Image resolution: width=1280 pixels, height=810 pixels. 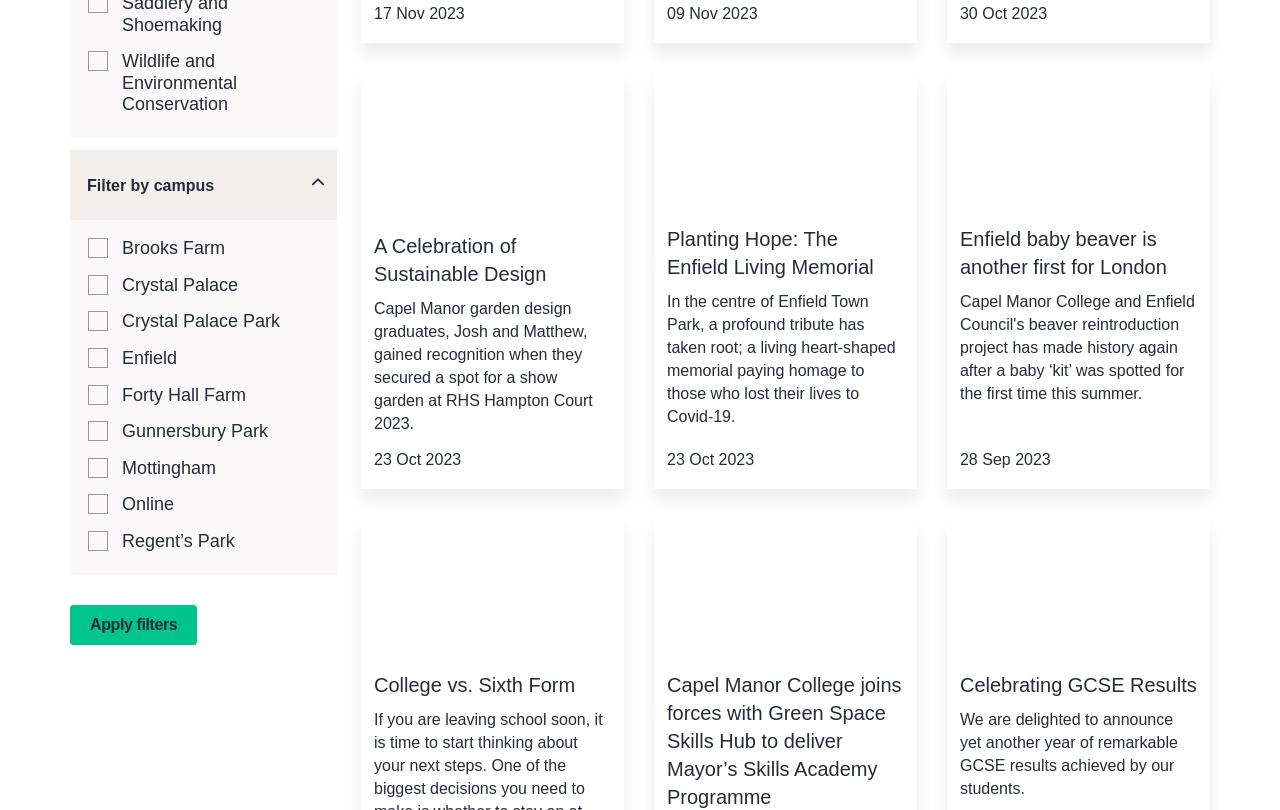 What do you see at coordinates (194, 431) in the screenshot?
I see `'Gunnersbury Park'` at bounding box center [194, 431].